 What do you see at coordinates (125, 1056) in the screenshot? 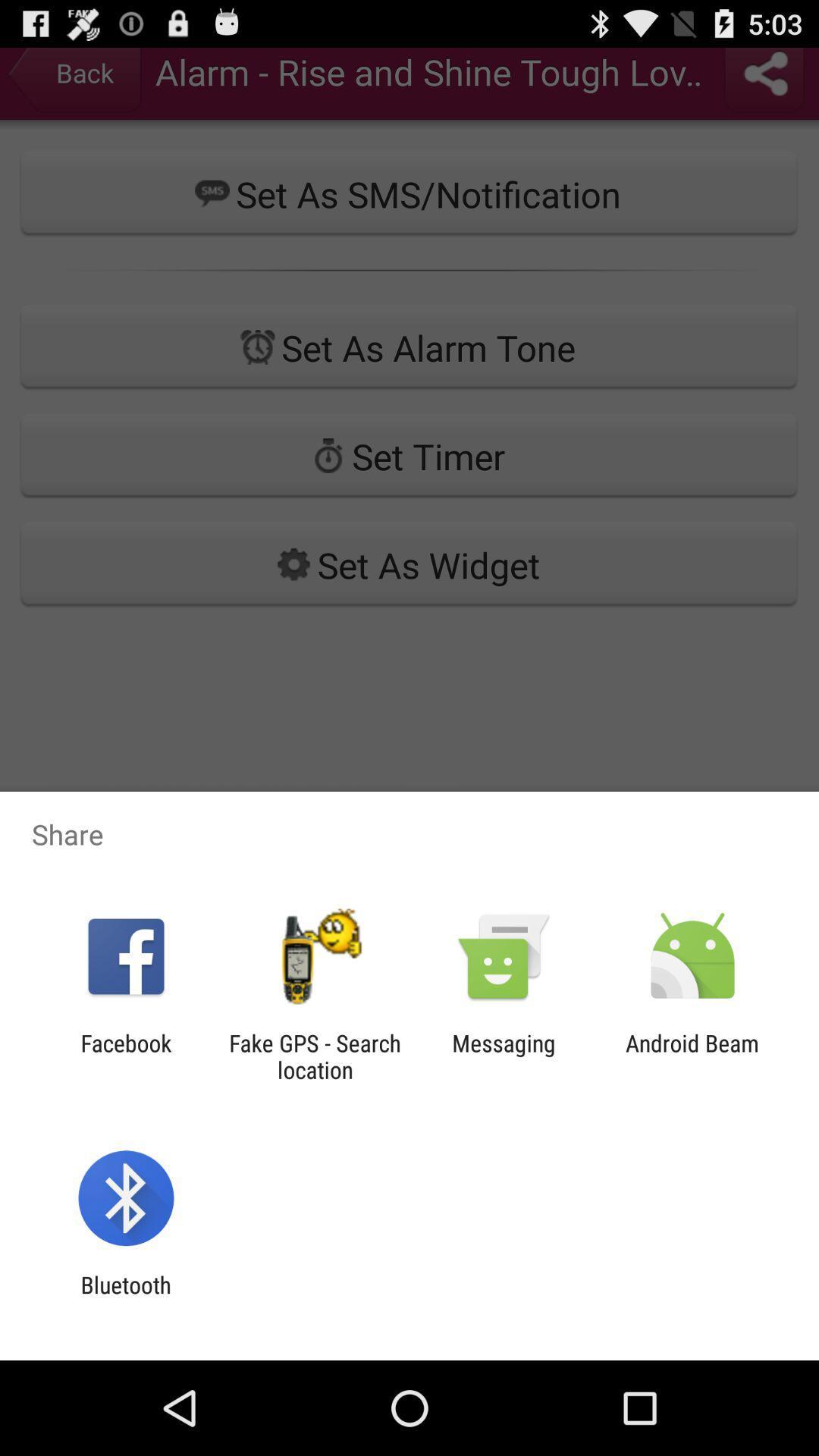
I see `the facebook app` at bounding box center [125, 1056].